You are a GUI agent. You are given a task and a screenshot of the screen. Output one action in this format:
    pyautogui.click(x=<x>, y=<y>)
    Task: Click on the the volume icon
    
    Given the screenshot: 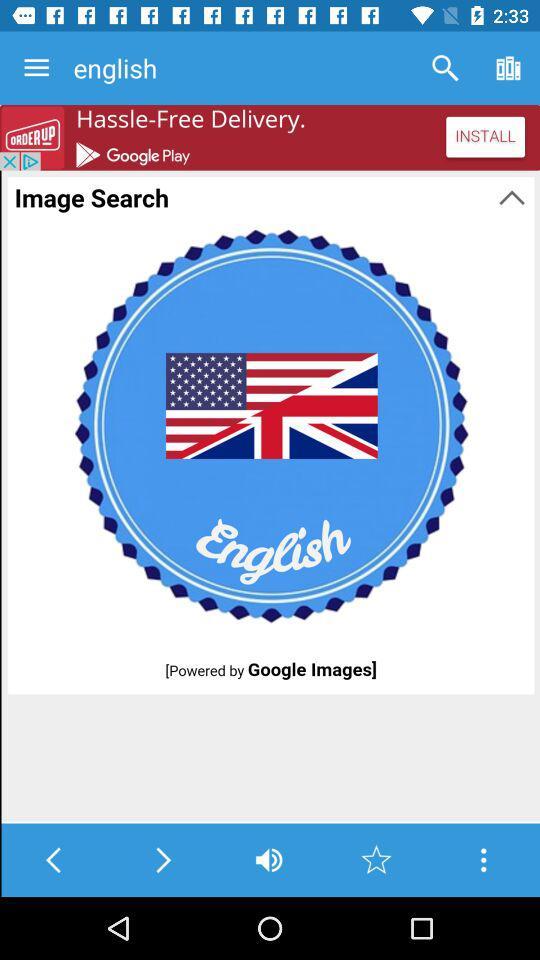 What is the action you would take?
    pyautogui.click(x=269, y=859)
    